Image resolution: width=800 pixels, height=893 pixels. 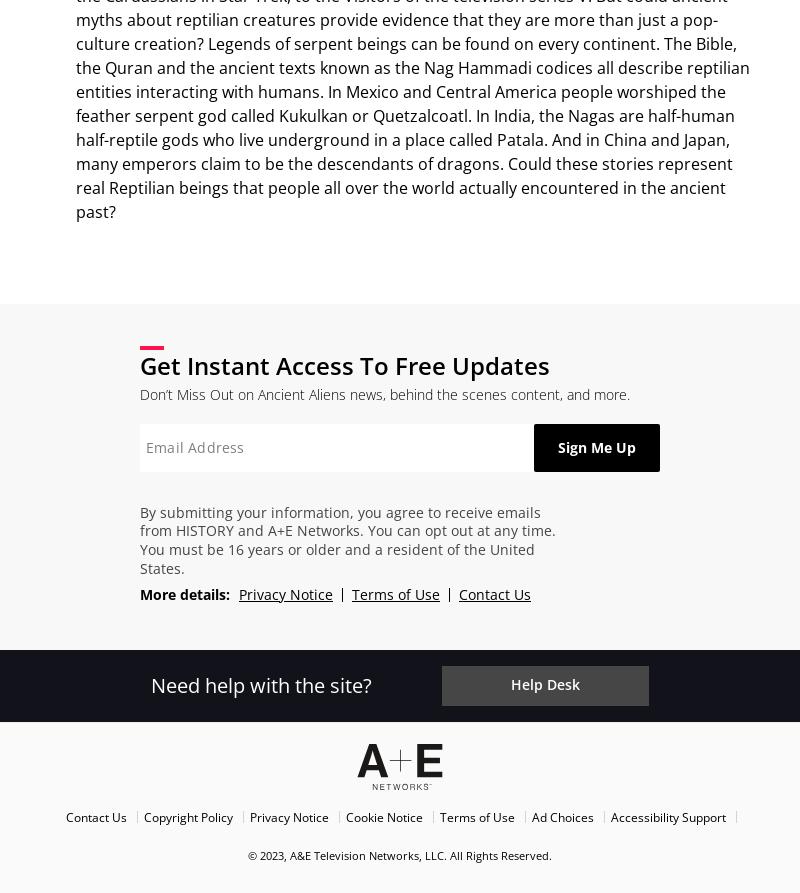 What do you see at coordinates (348, 538) in the screenshot?
I see `'By submitting your information, you agree to receive emails from HISTORY and A+E Networks. You can opt out at any time. You must be 16 years or older and a resident of the United States.'` at bounding box center [348, 538].